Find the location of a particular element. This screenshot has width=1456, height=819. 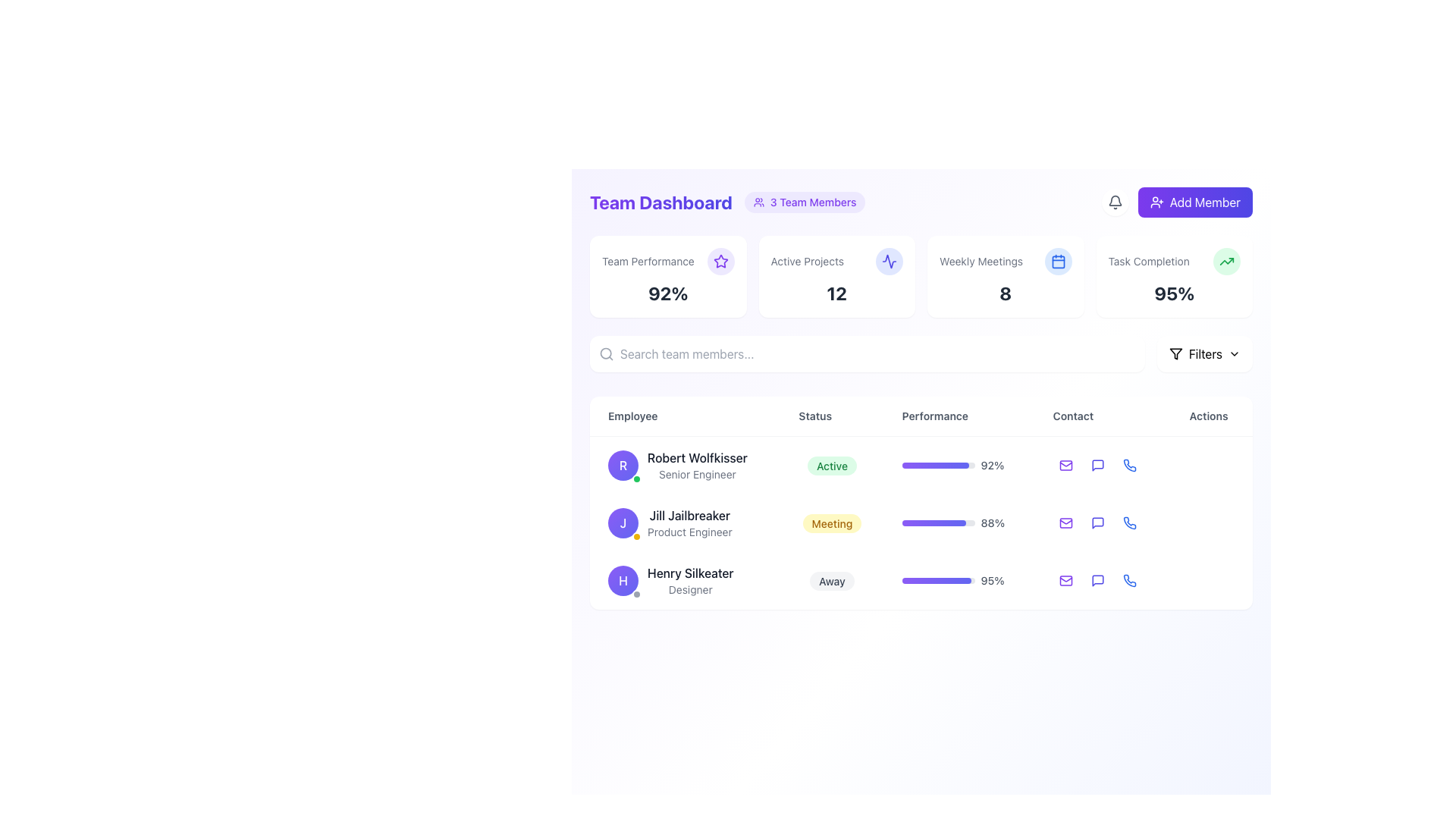

the compact button with a telephone handset icon located in the 'Actions' column of the last row in the table to change its background color is located at coordinates (1129, 580).